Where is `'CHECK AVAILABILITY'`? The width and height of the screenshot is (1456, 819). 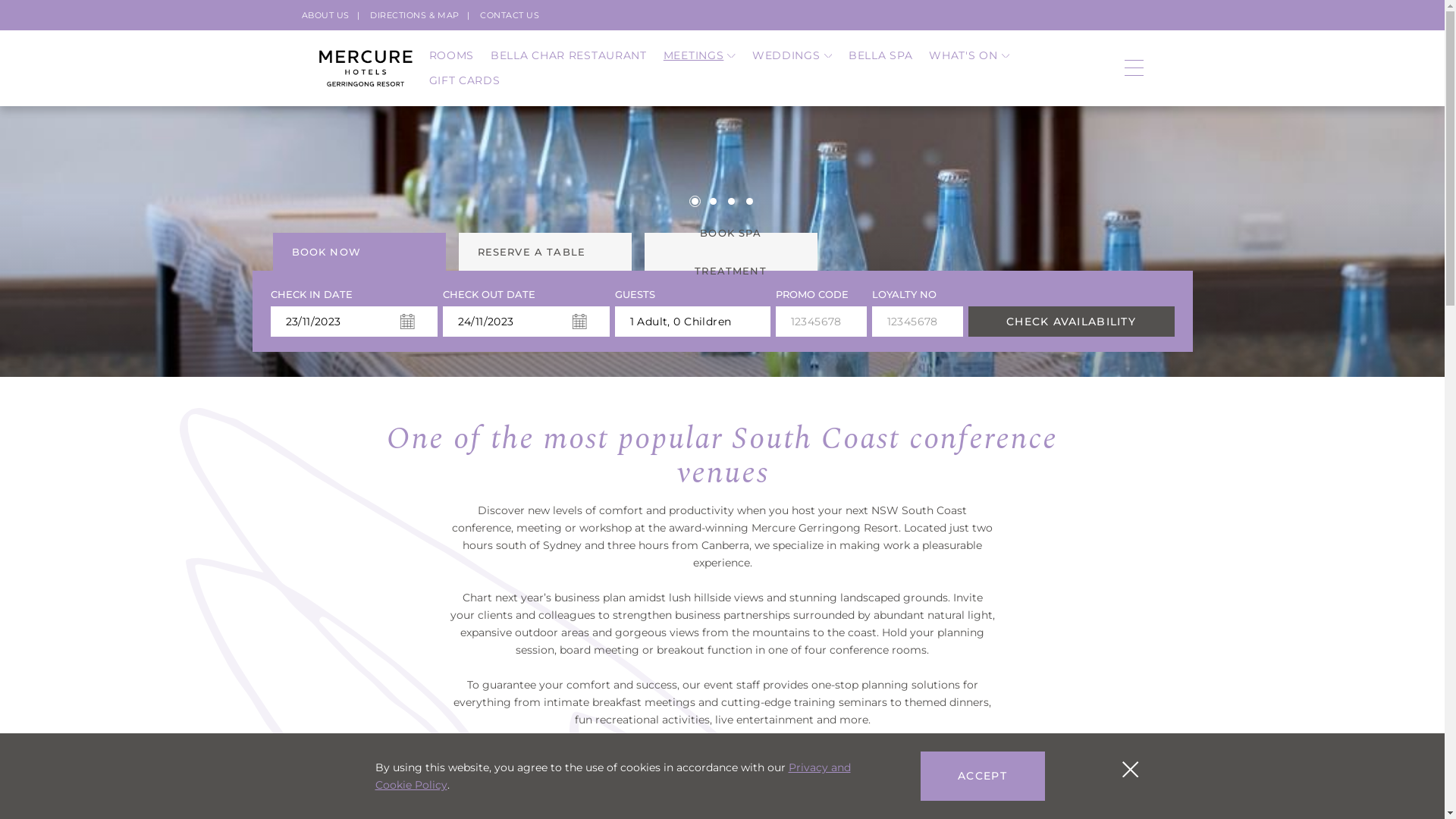
'CHECK AVAILABILITY' is located at coordinates (1069, 321).